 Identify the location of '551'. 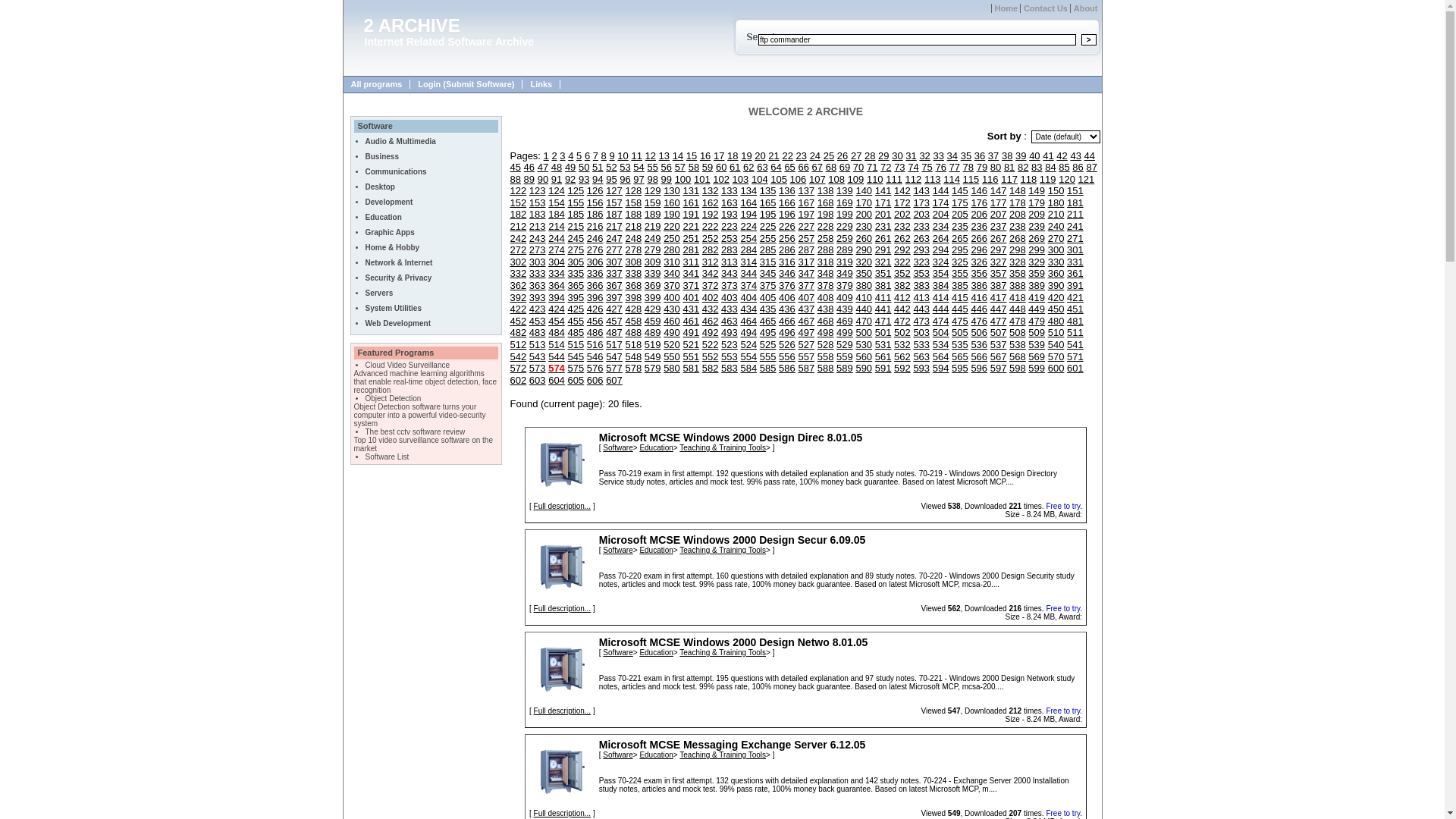
(690, 356).